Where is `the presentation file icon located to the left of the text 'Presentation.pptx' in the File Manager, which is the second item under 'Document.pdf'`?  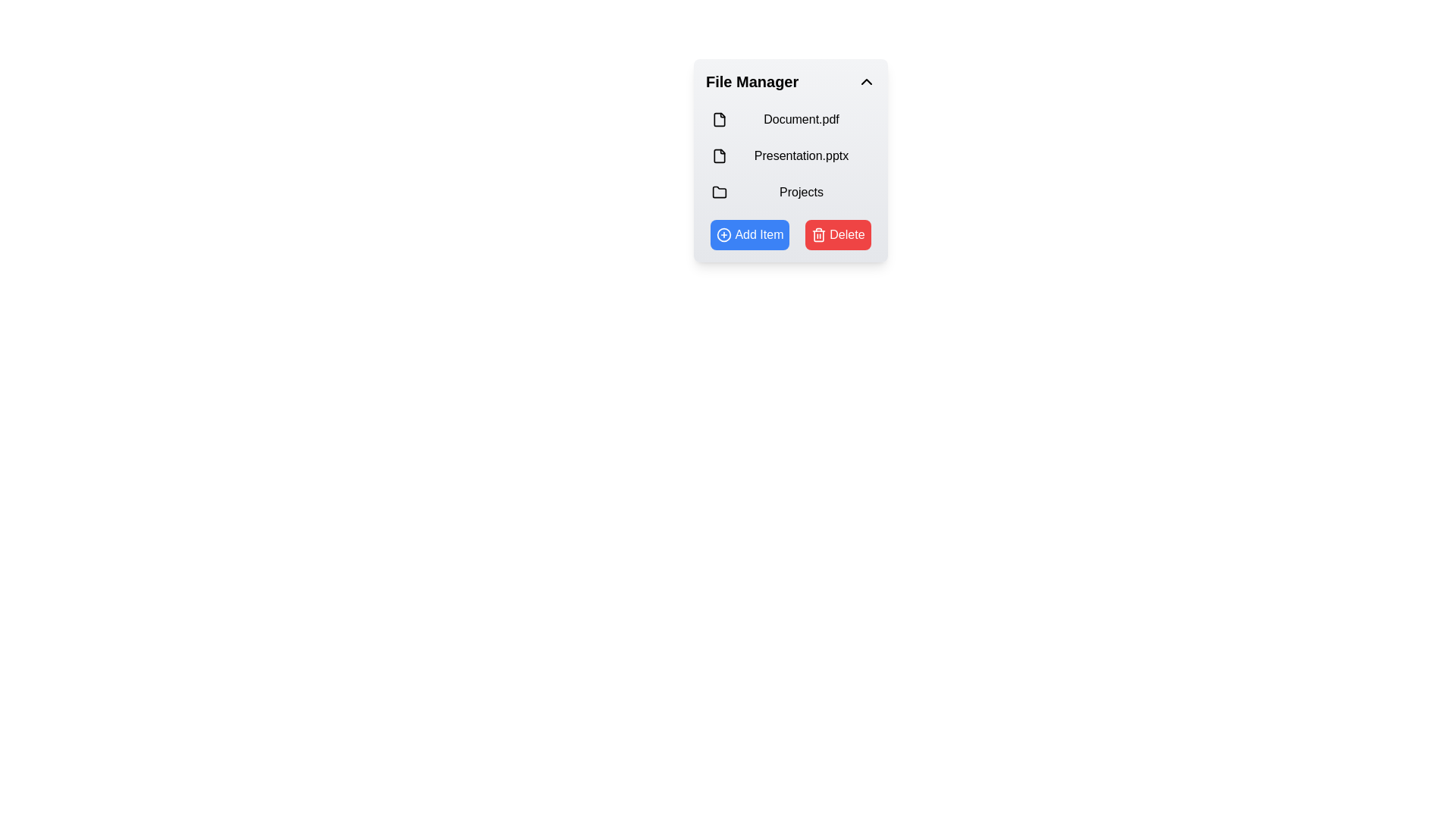
the presentation file icon located to the left of the text 'Presentation.pptx' in the File Manager, which is the second item under 'Document.pdf' is located at coordinates (719, 155).